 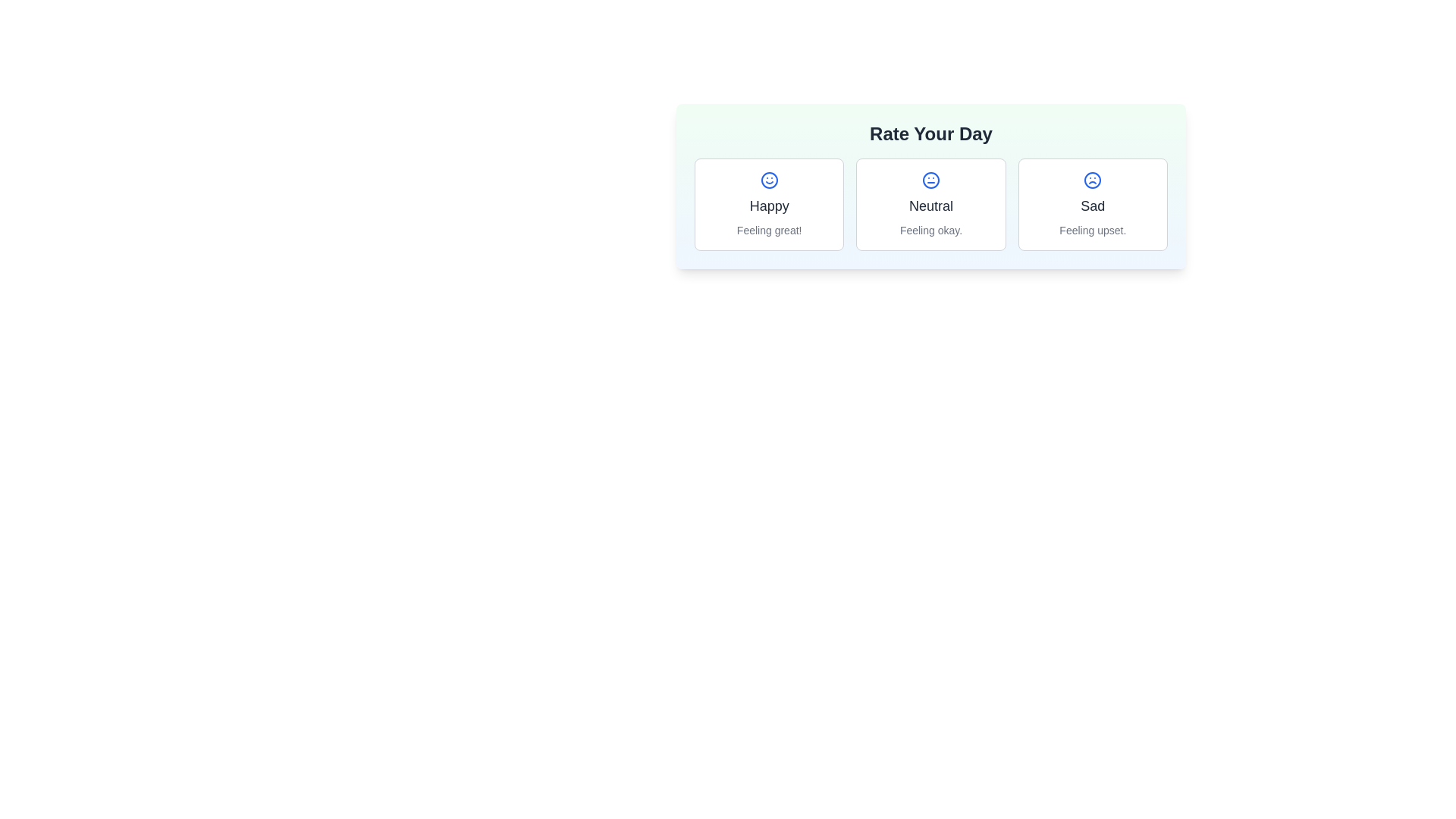 I want to click on the central circular decorative element of the frowning face icon in the rightmost card of the 'Rate Your Day' section, so click(x=1093, y=180).